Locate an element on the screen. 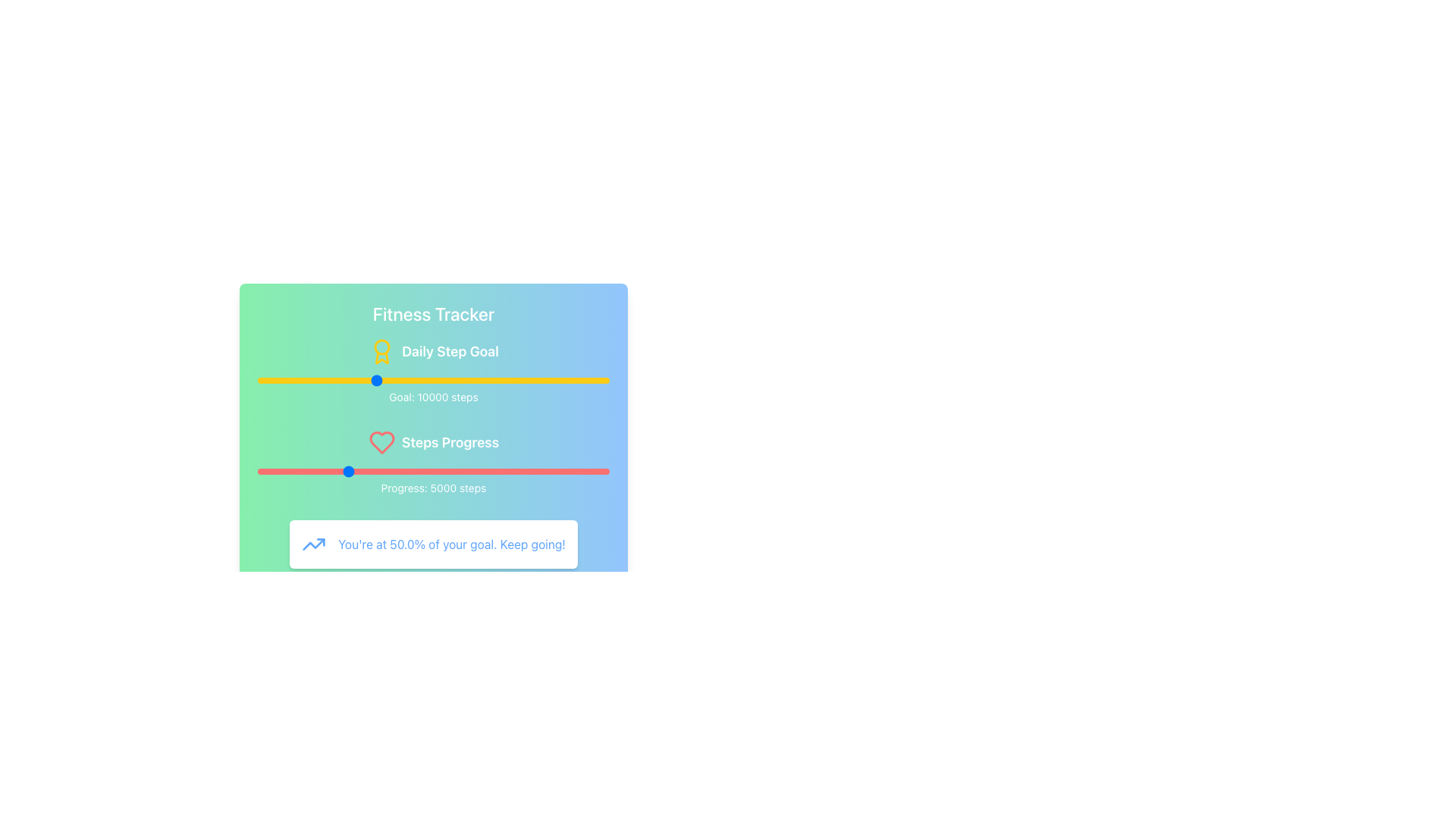  the Label with Icon that serves as a subsection heading for fitness goal progress tracking, located between 'Goal: 10000 steps' and 'Progress: 5000 steps' is located at coordinates (432, 442).